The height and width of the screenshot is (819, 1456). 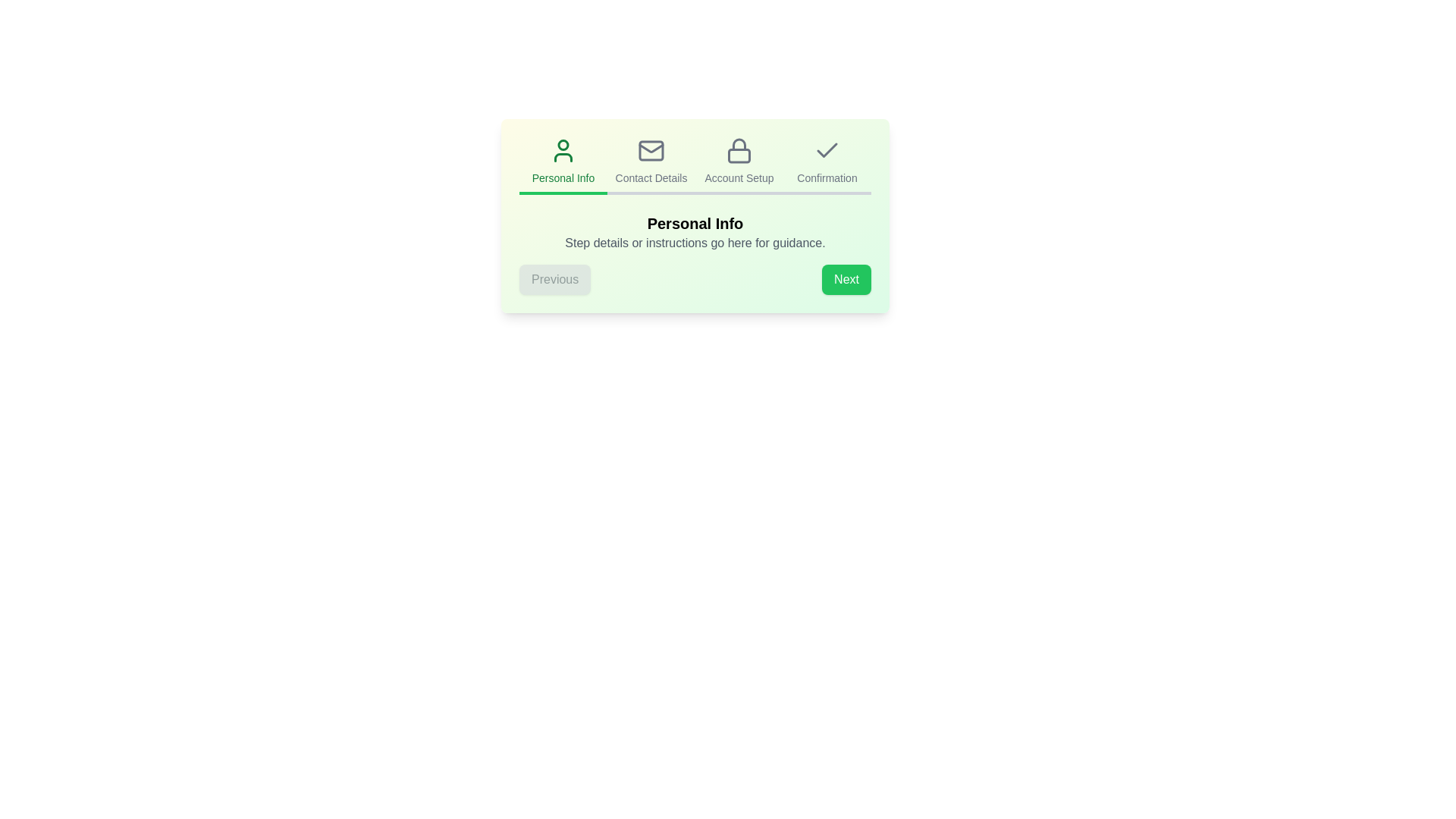 I want to click on the step icon or title corresponding to Confirmation, so click(x=826, y=166).